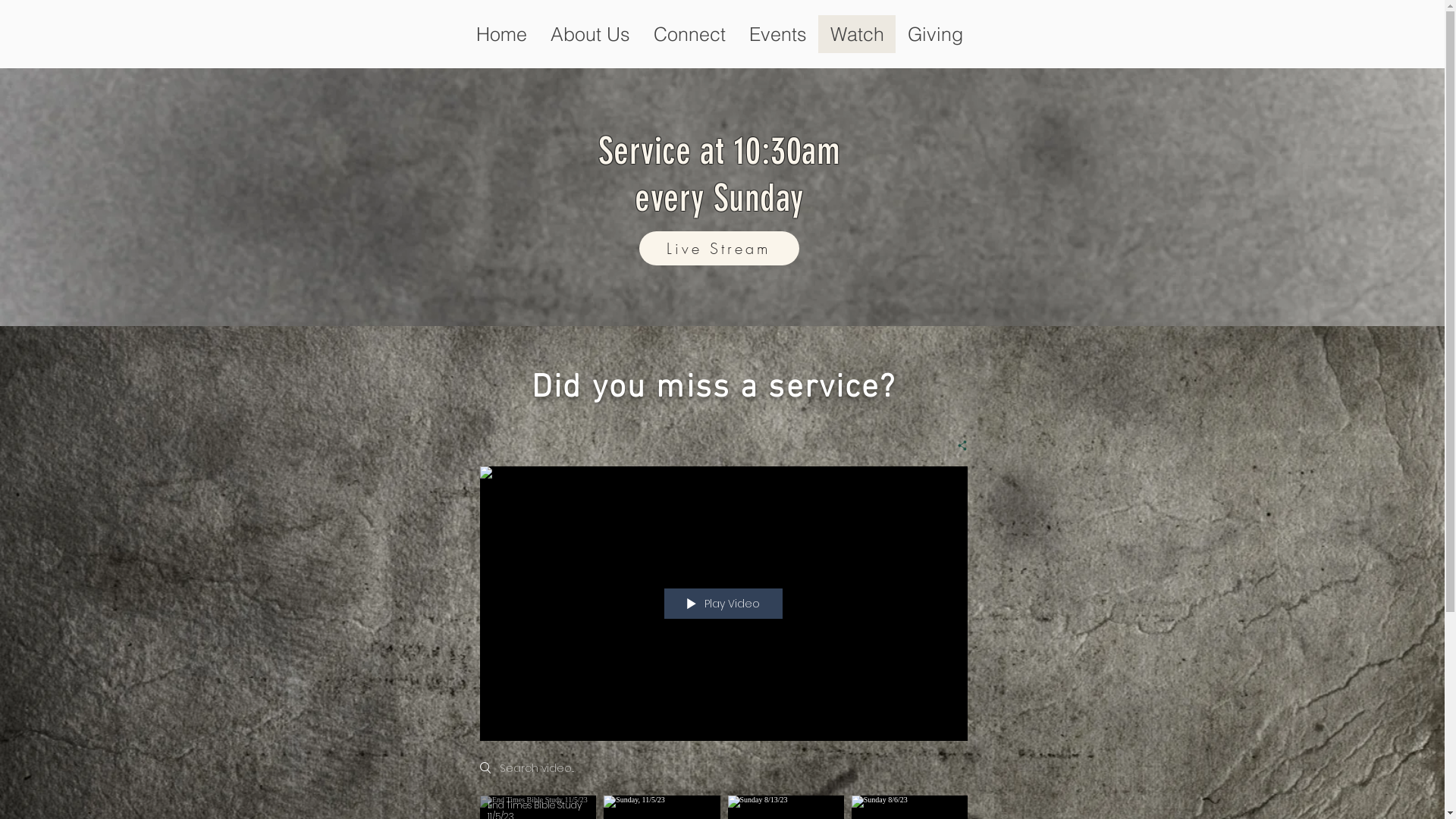 The image size is (1456, 819). Describe the element at coordinates (777, 34) in the screenshot. I see `'Events'` at that location.